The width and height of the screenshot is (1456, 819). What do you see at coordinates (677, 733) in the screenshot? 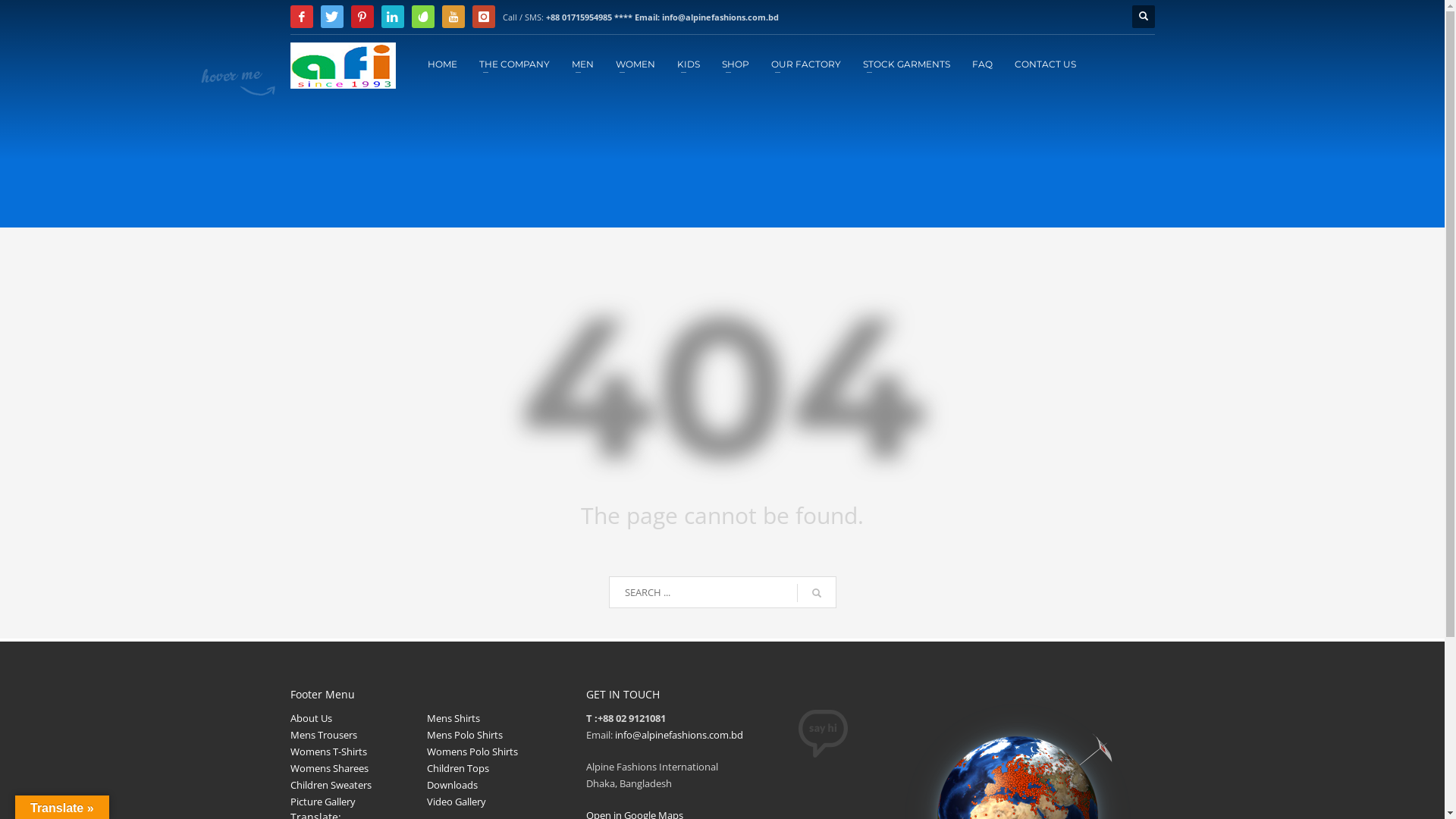
I see `'info@alpinefashions.com.bd'` at bounding box center [677, 733].